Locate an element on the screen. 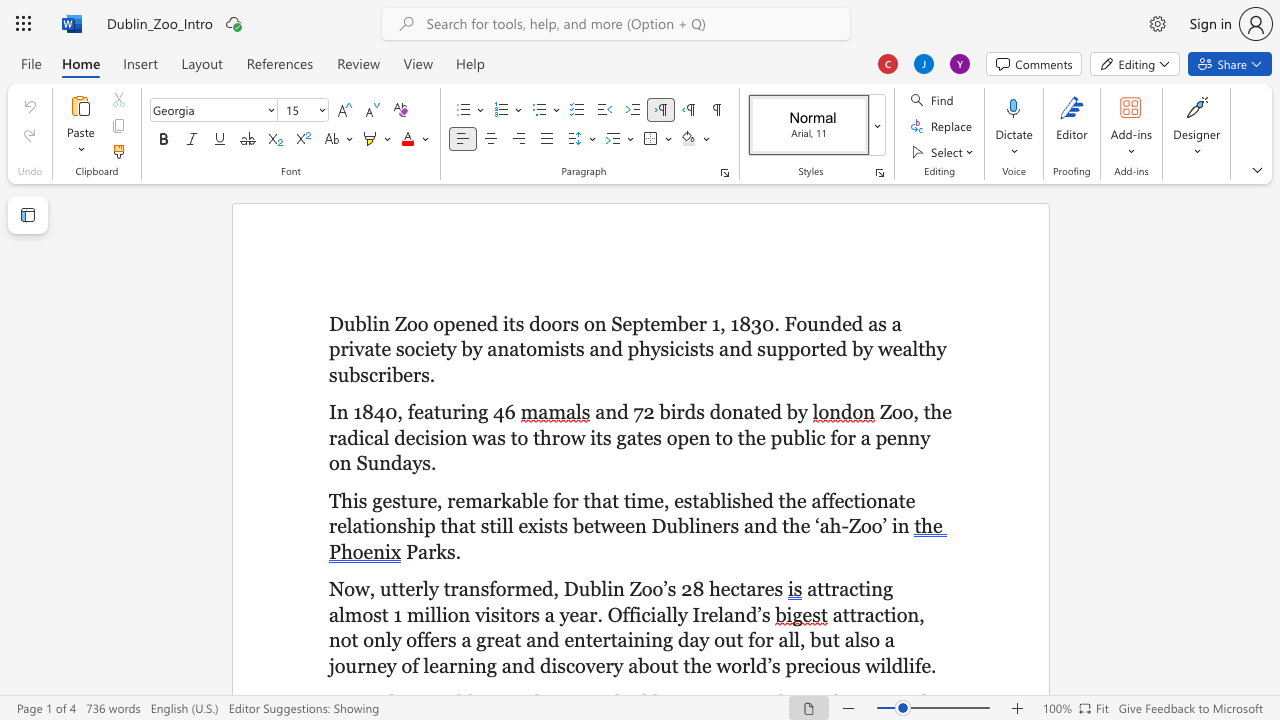 The height and width of the screenshot is (720, 1280). the 9th character "t" in the text is located at coordinates (920, 348).